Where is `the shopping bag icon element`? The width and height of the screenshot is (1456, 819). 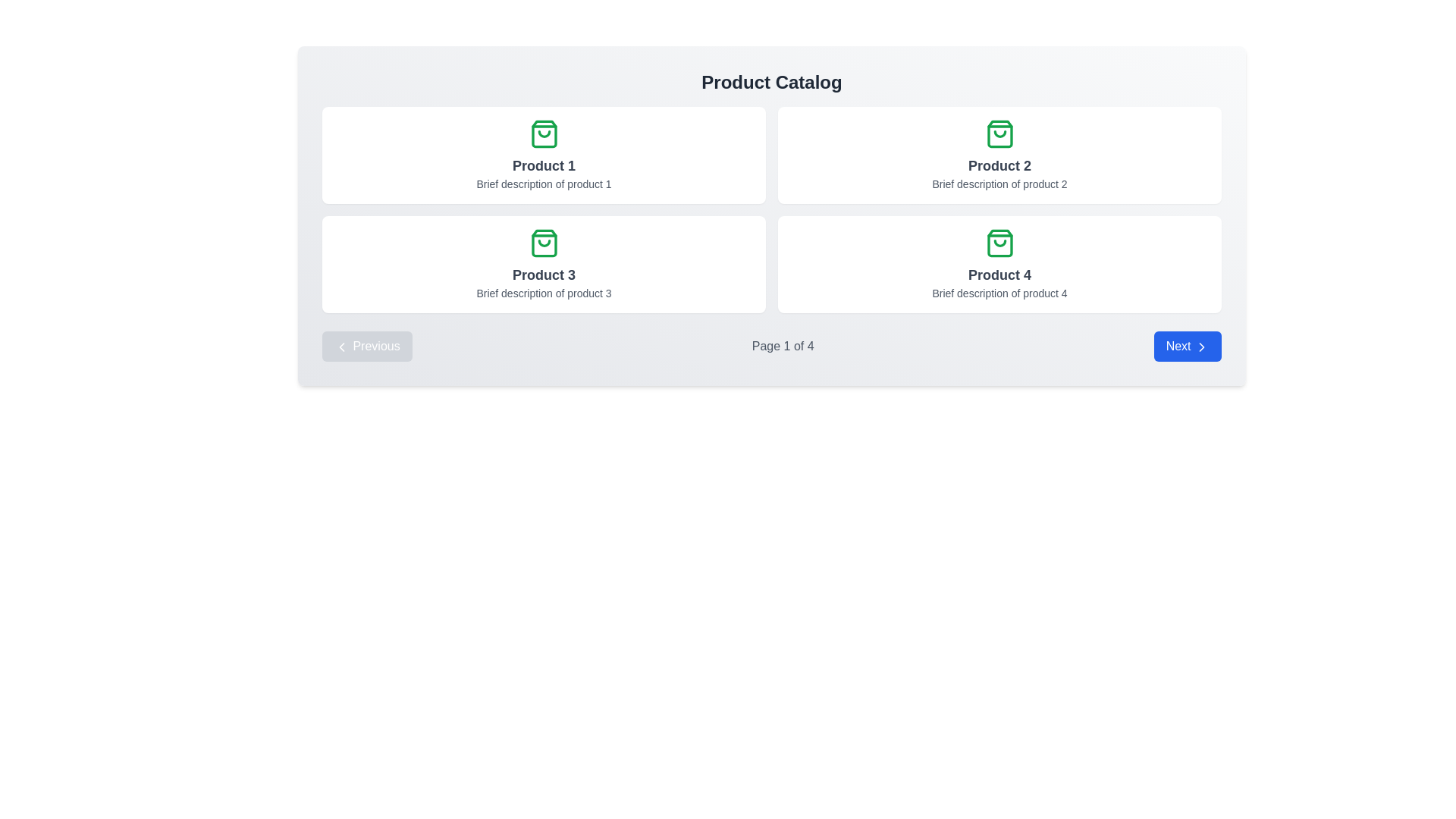 the shopping bag icon element is located at coordinates (544, 242).